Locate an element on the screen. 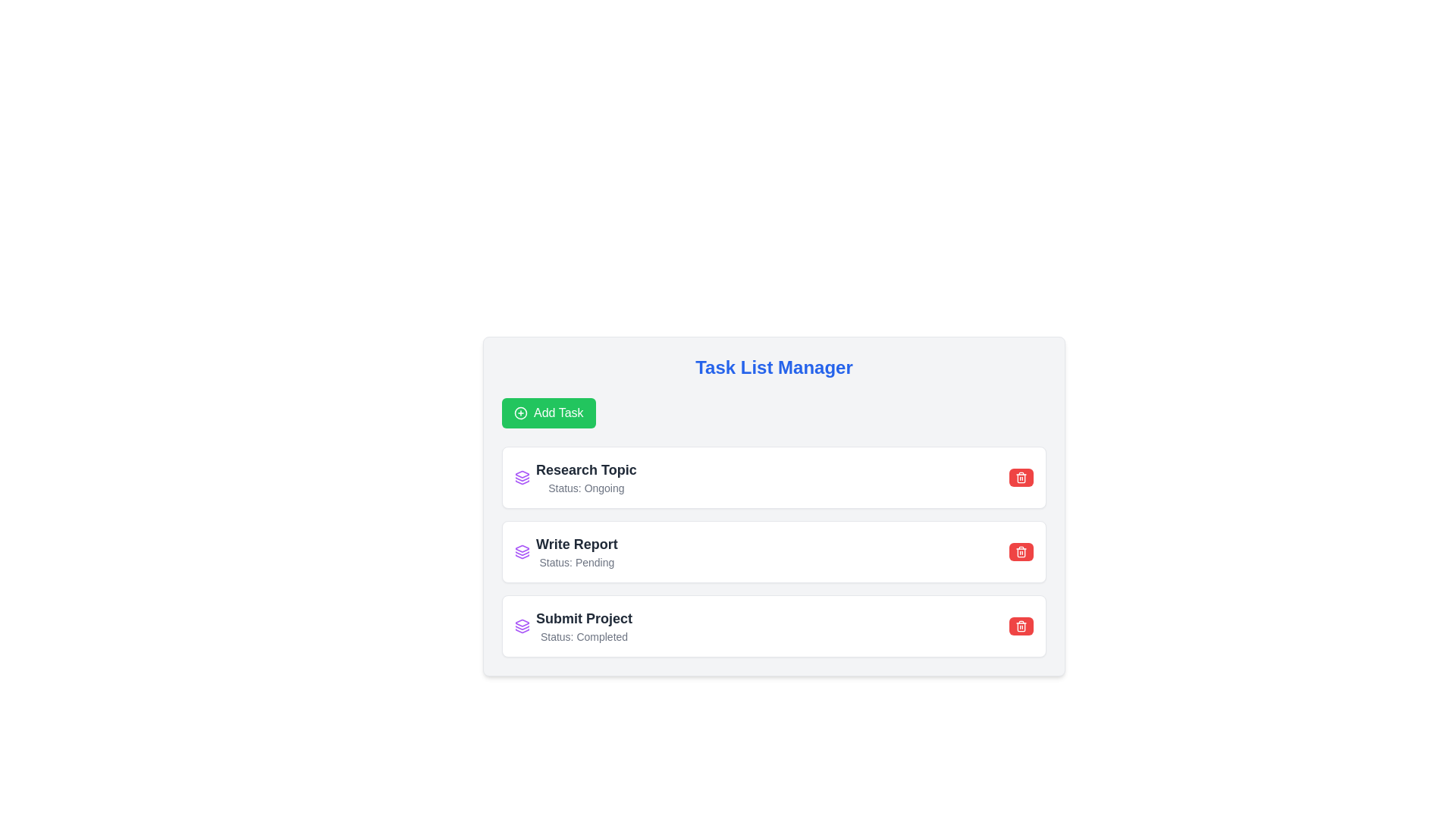 Image resolution: width=1456 pixels, height=819 pixels. the red trash icon button representing the delete action adjacent to the 'Write Report' task entry for visual feedback is located at coordinates (1021, 626).